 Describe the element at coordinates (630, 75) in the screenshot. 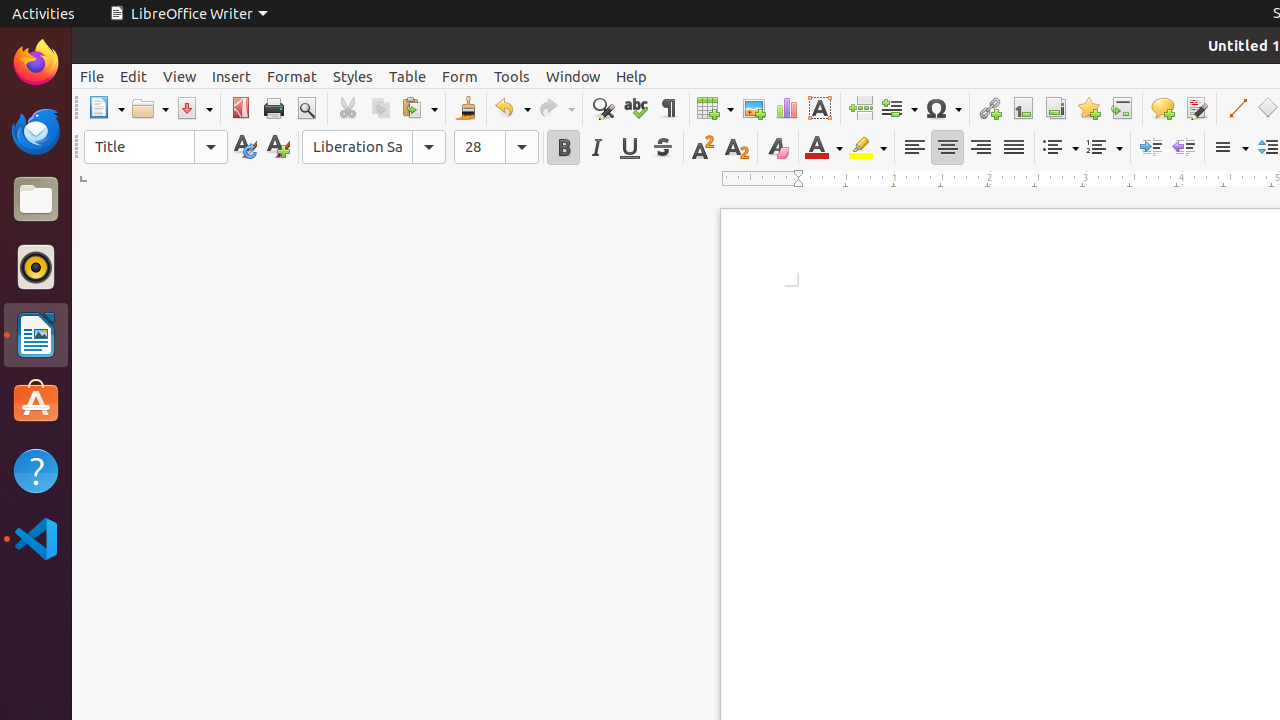

I see `'Help'` at that location.